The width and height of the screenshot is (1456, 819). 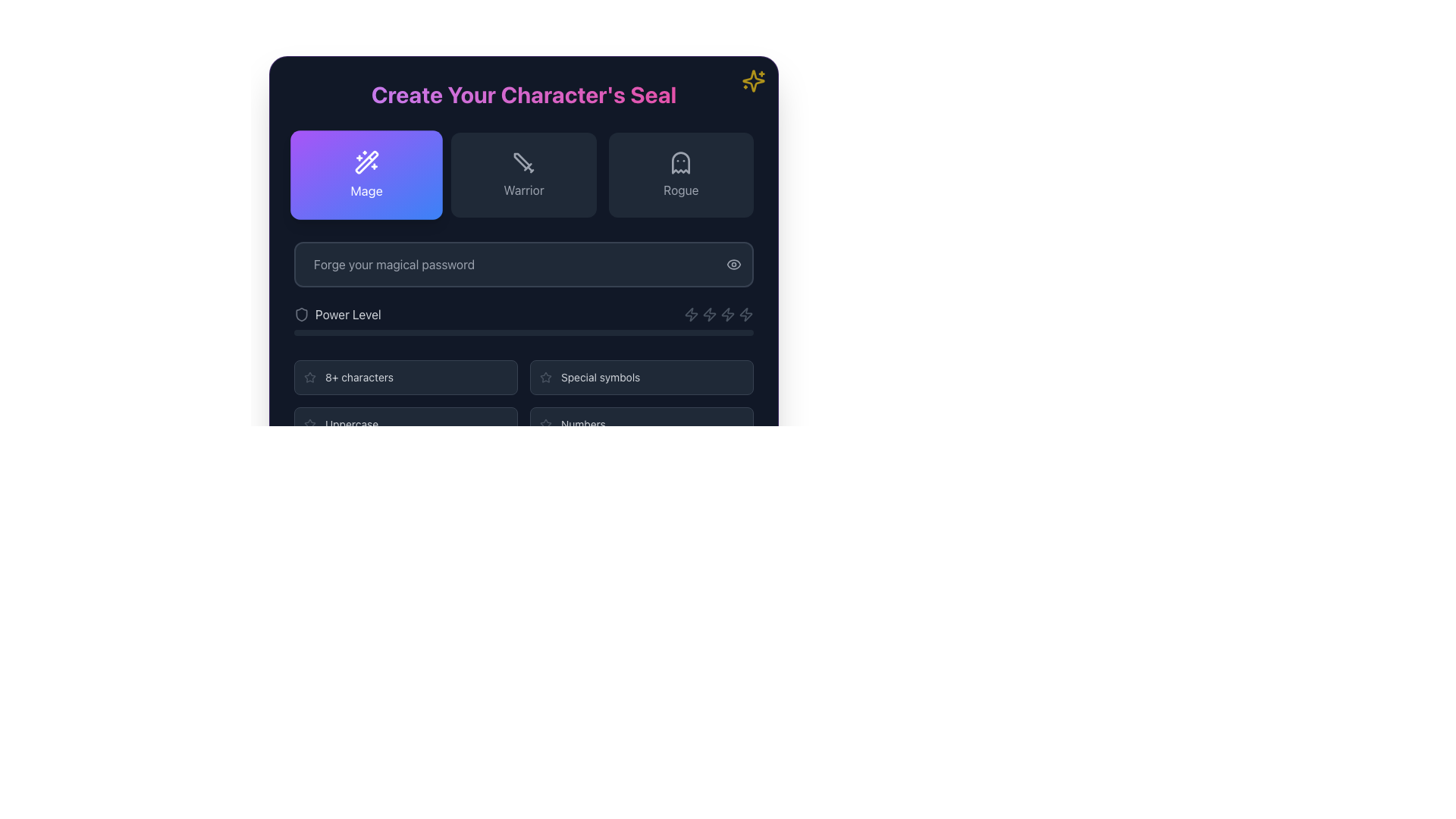 I want to click on the star icon indicating the 'Numbers' feature, which is positioned to the left of the 'Numbers' text label in the lower section of the form interface, so click(x=546, y=424).